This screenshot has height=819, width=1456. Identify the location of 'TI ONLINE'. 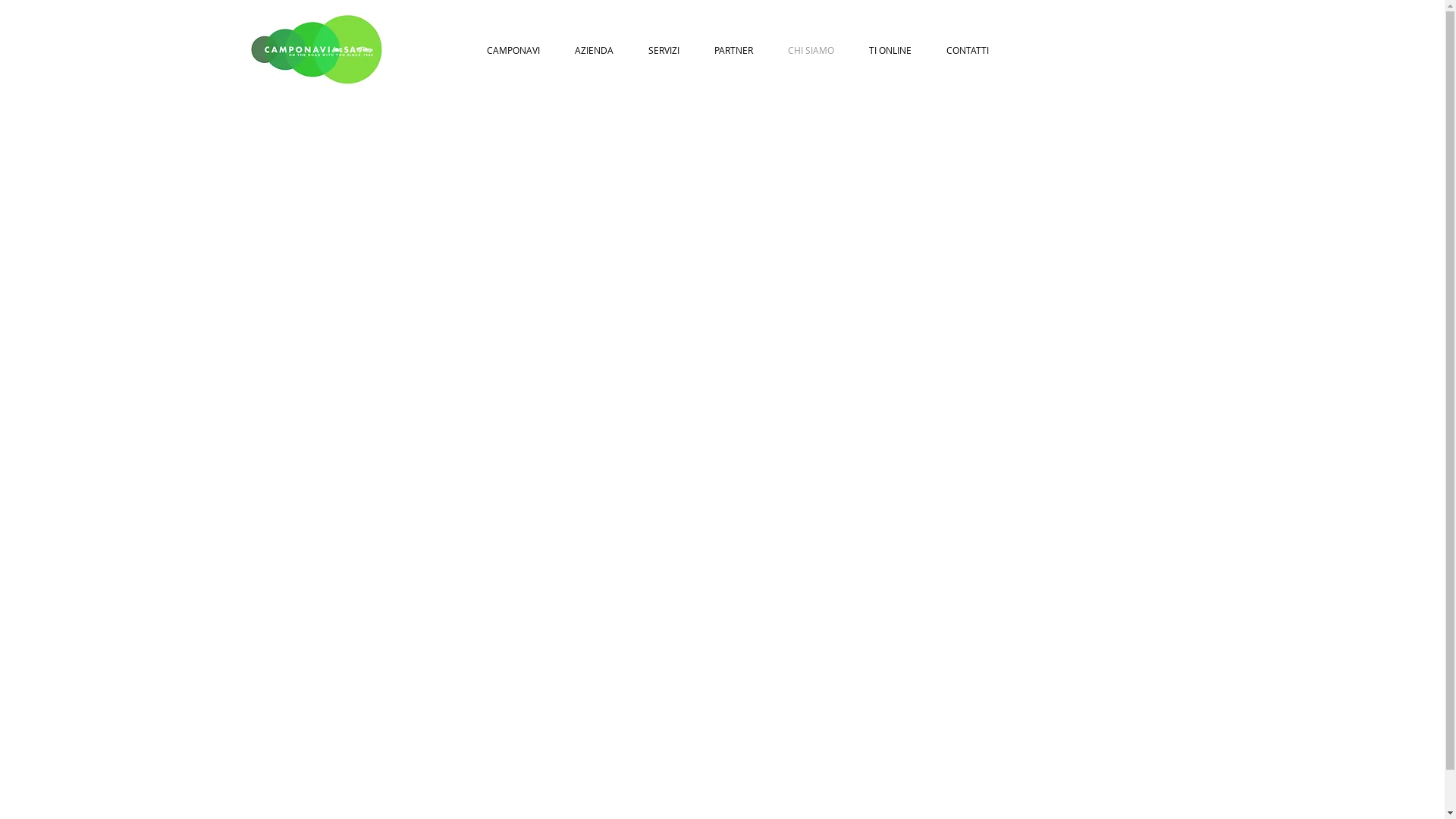
(890, 49).